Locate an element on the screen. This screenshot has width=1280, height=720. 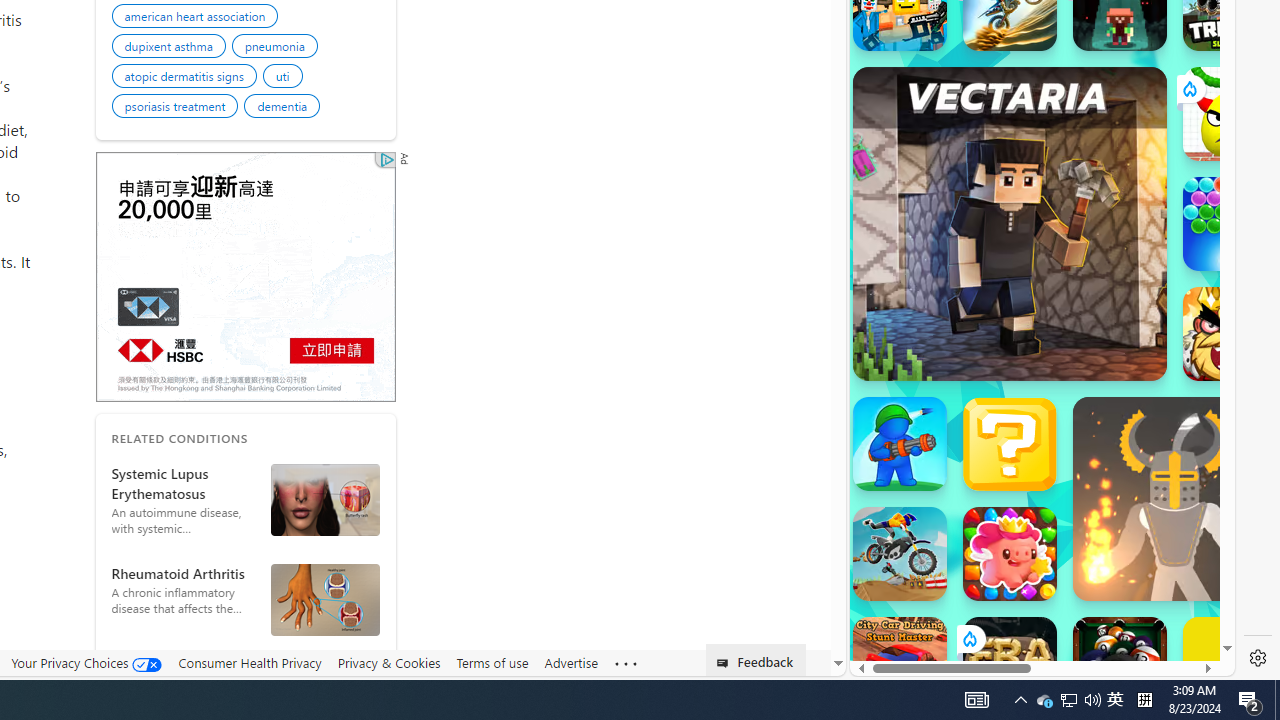
'Vectaria.io' is located at coordinates (1009, 223).